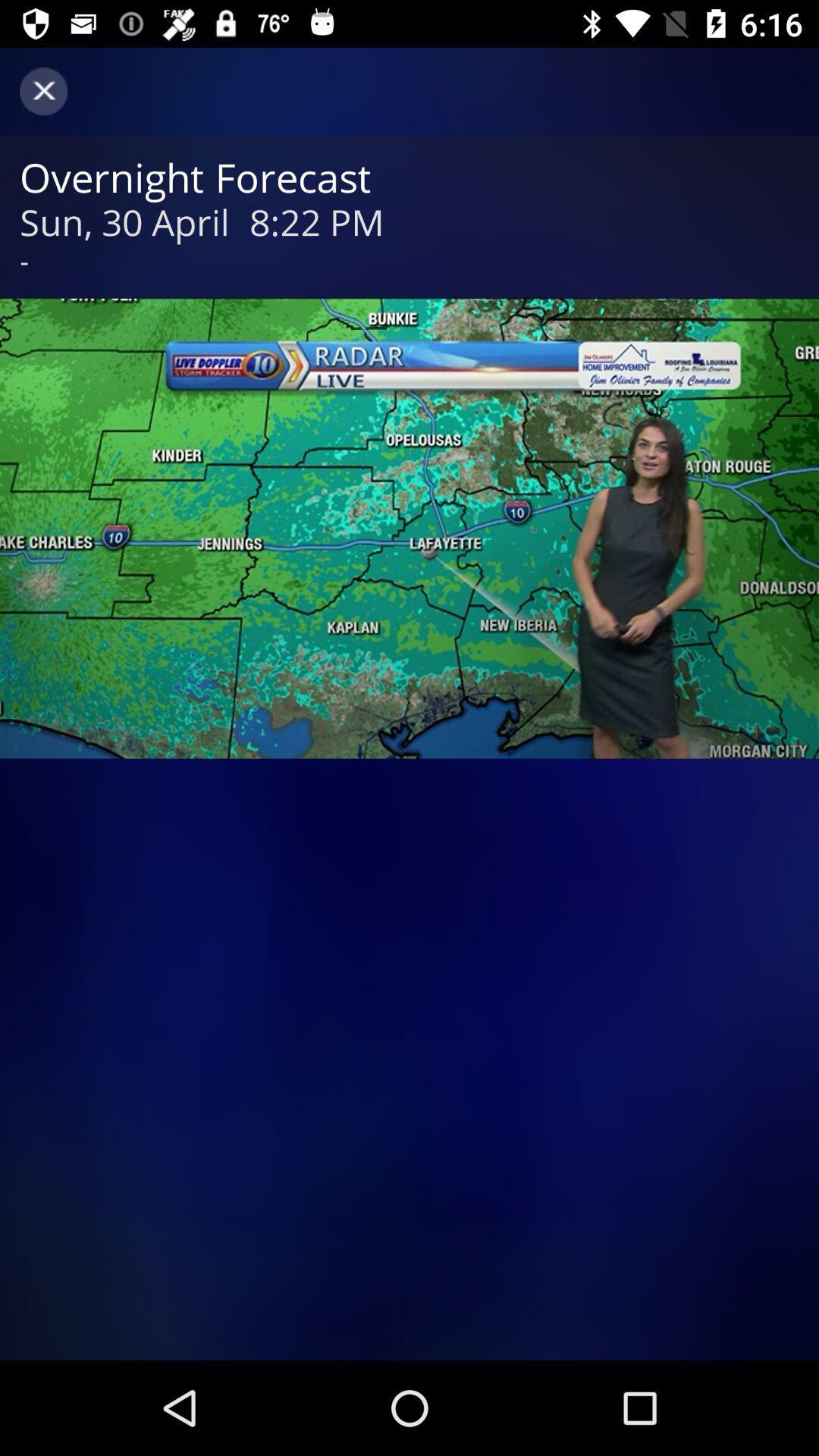  What do you see at coordinates (42, 90) in the screenshot?
I see `the close icon` at bounding box center [42, 90].